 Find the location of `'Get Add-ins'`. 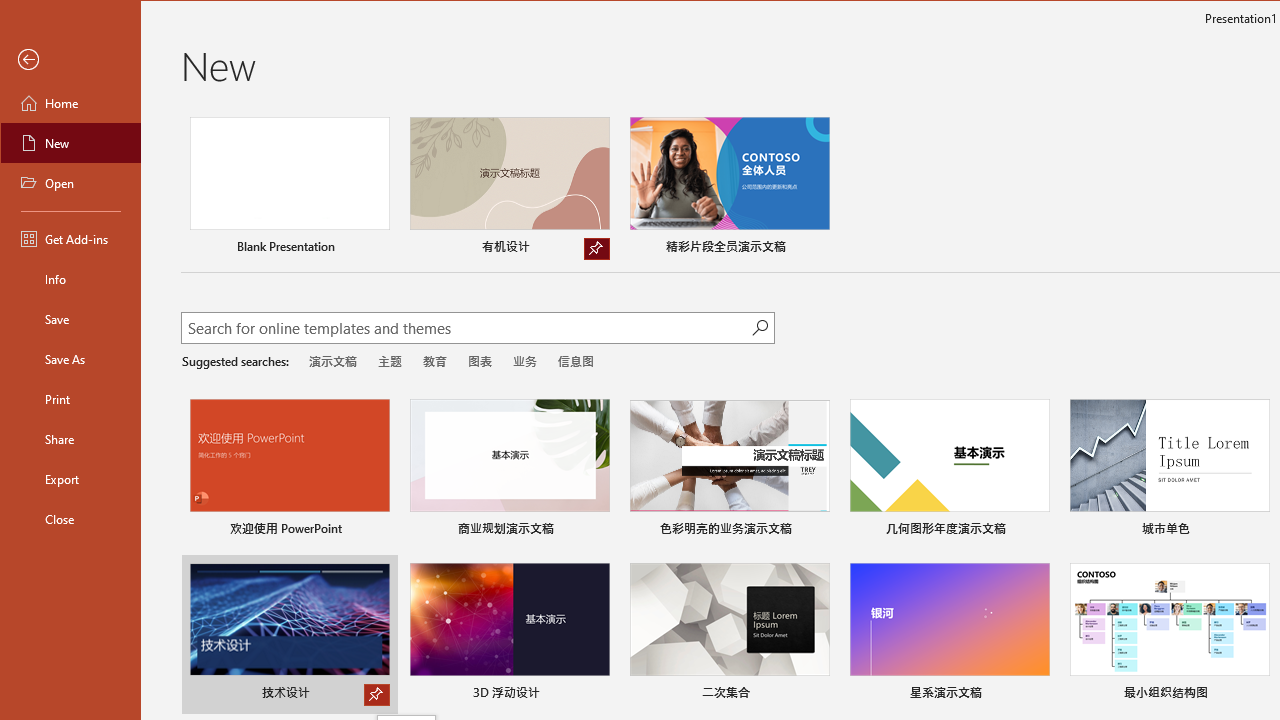

'Get Add-ins' is located at coordinates (71, 238).